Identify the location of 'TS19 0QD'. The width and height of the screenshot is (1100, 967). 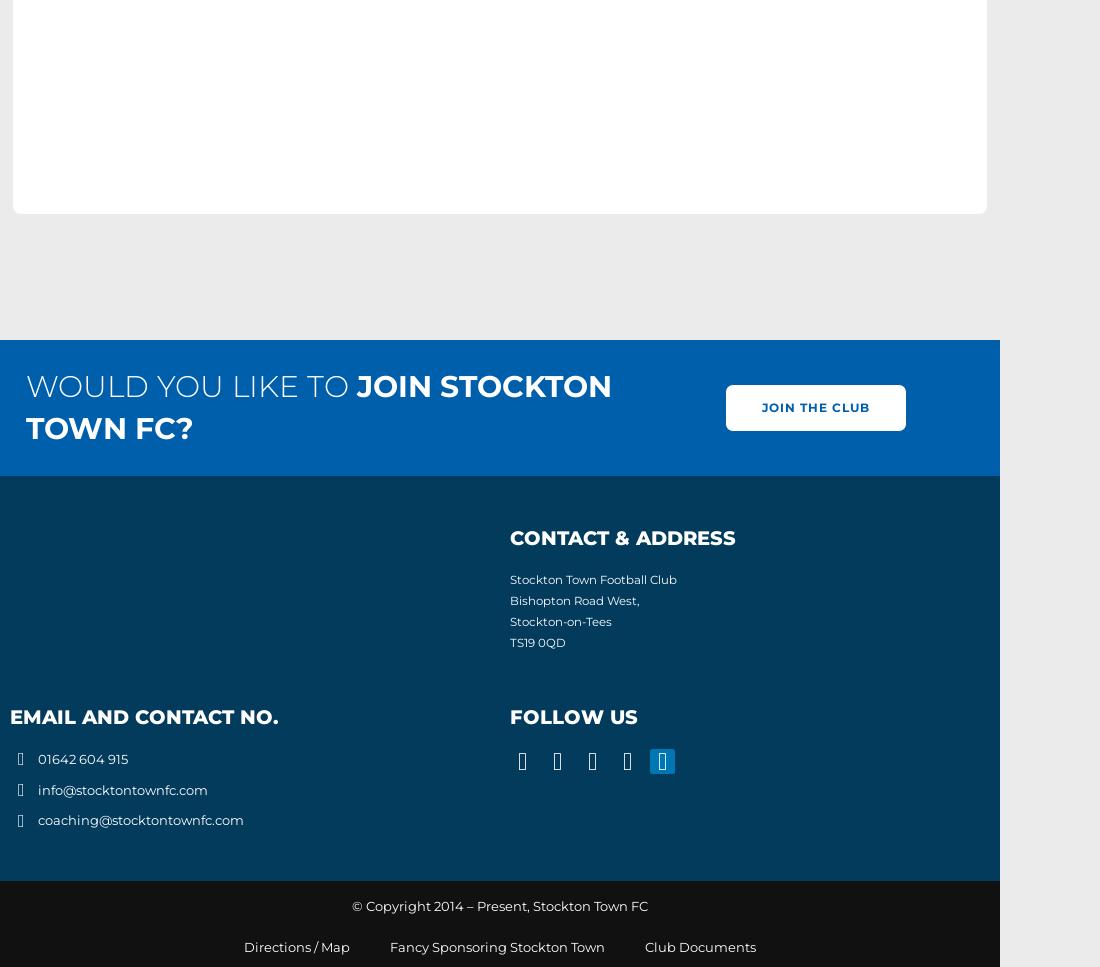
(538, 640).